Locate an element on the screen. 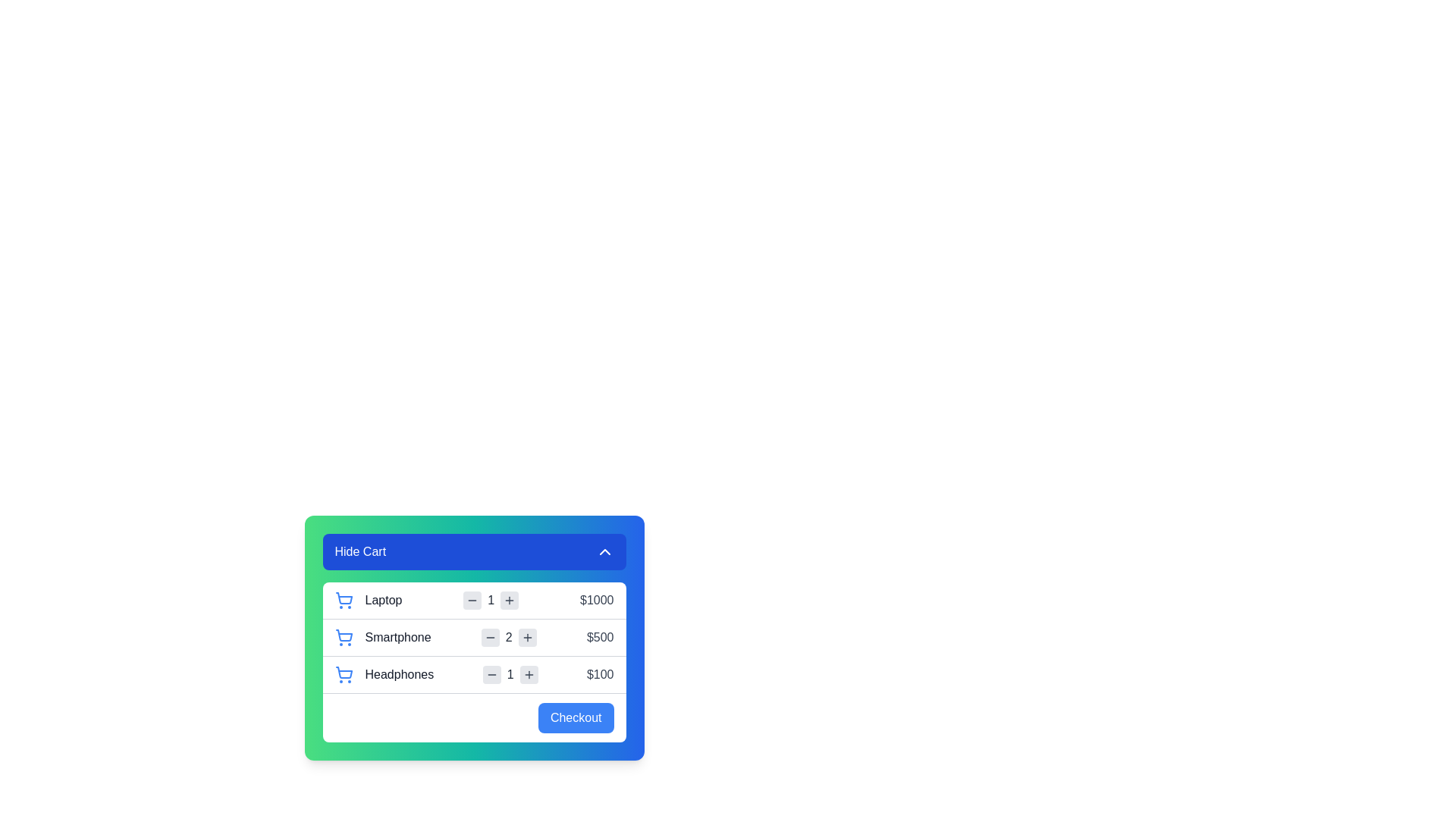 This screenshot has width=1456, height=819. the label displaying 'Smartphone' in the shopping cart, which includes a shopping cart icon and is positioned as the second item in the list is located at coordinates (383, 637).